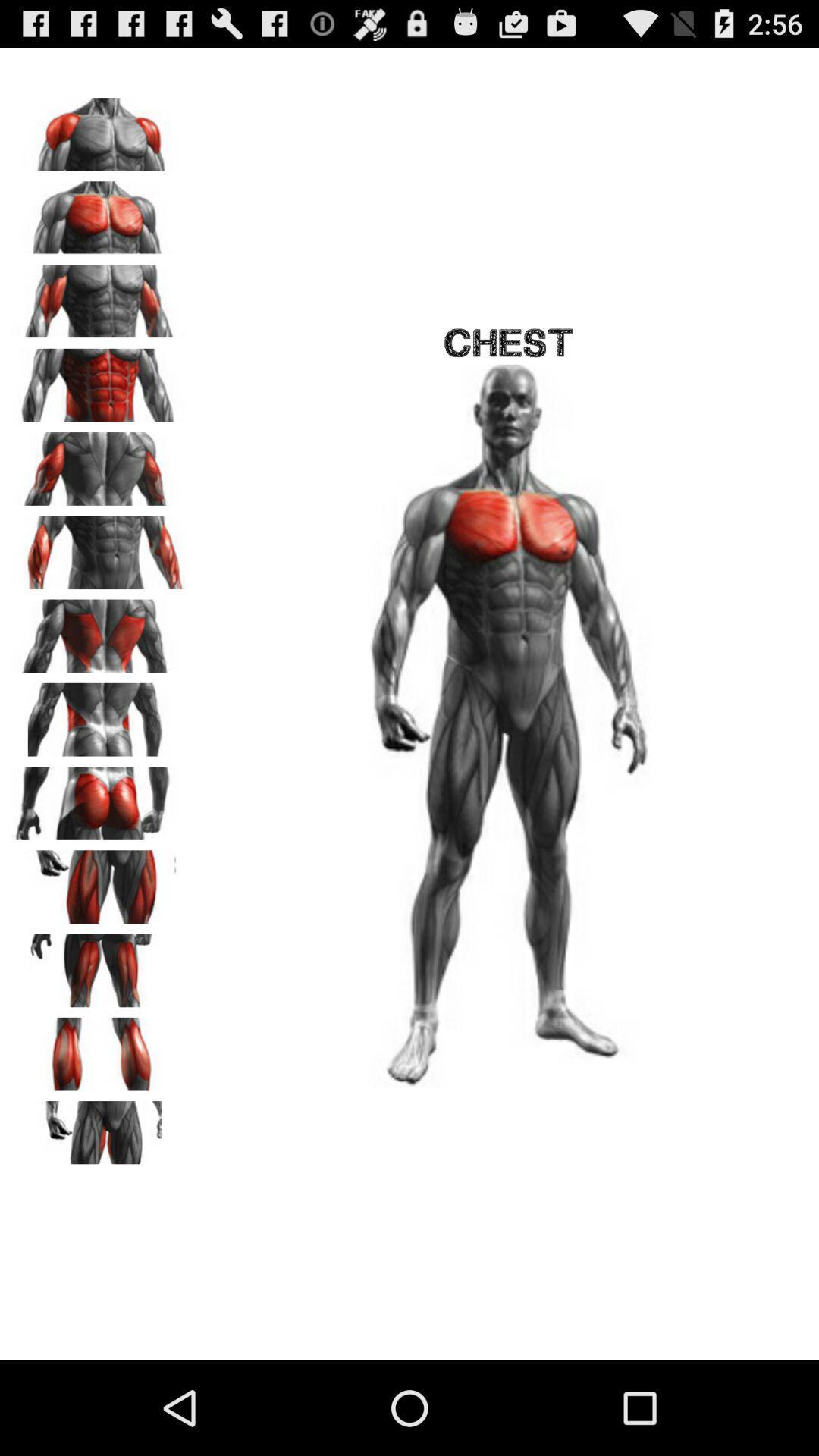  Describe the element at coordinates (99, 129) in the screenshot. I see `part to highlight` at that location.